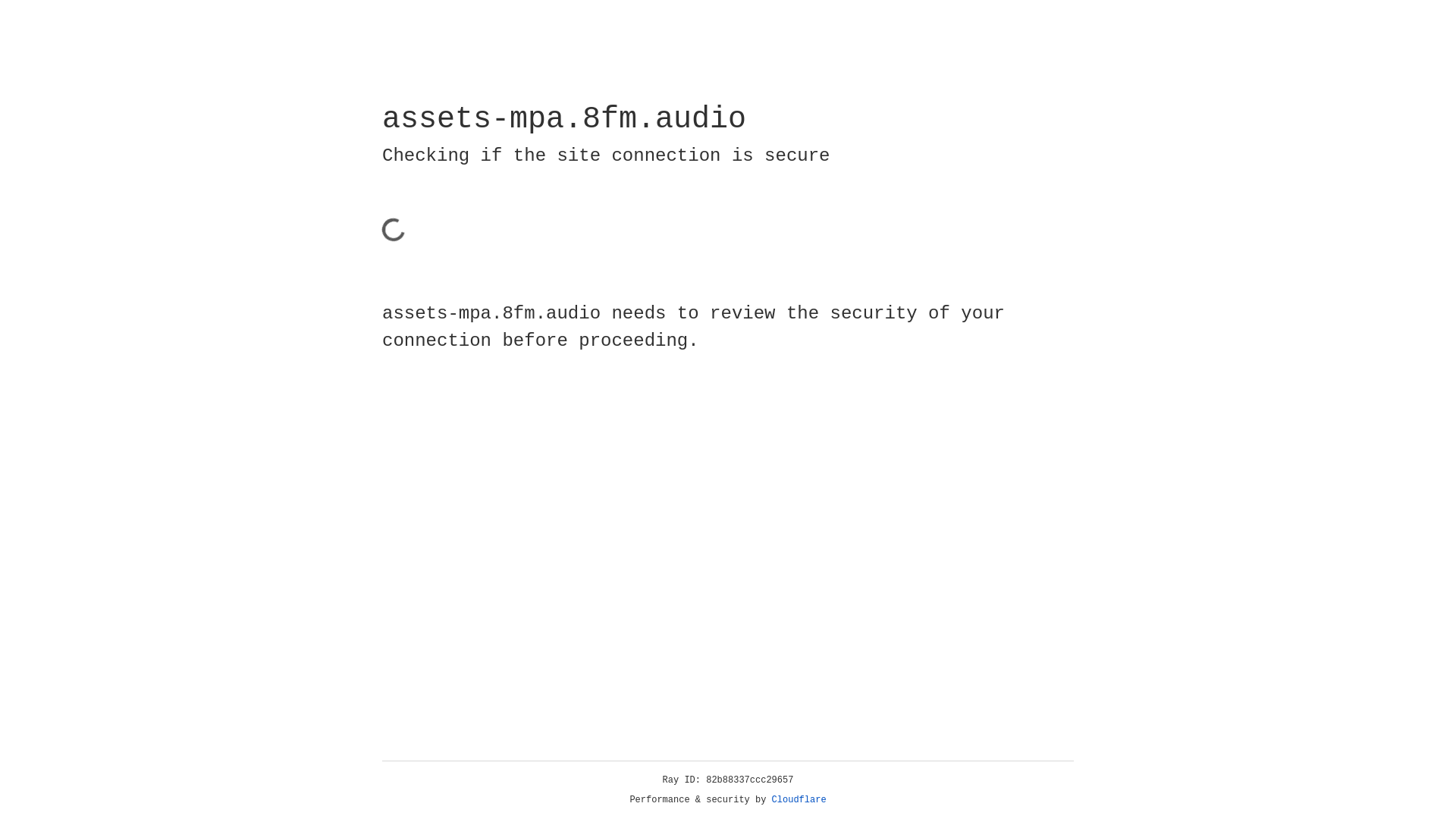  Describe the element at coordinates (799, 799) in the screenshot. I see `'Cloudflare'` at that location.